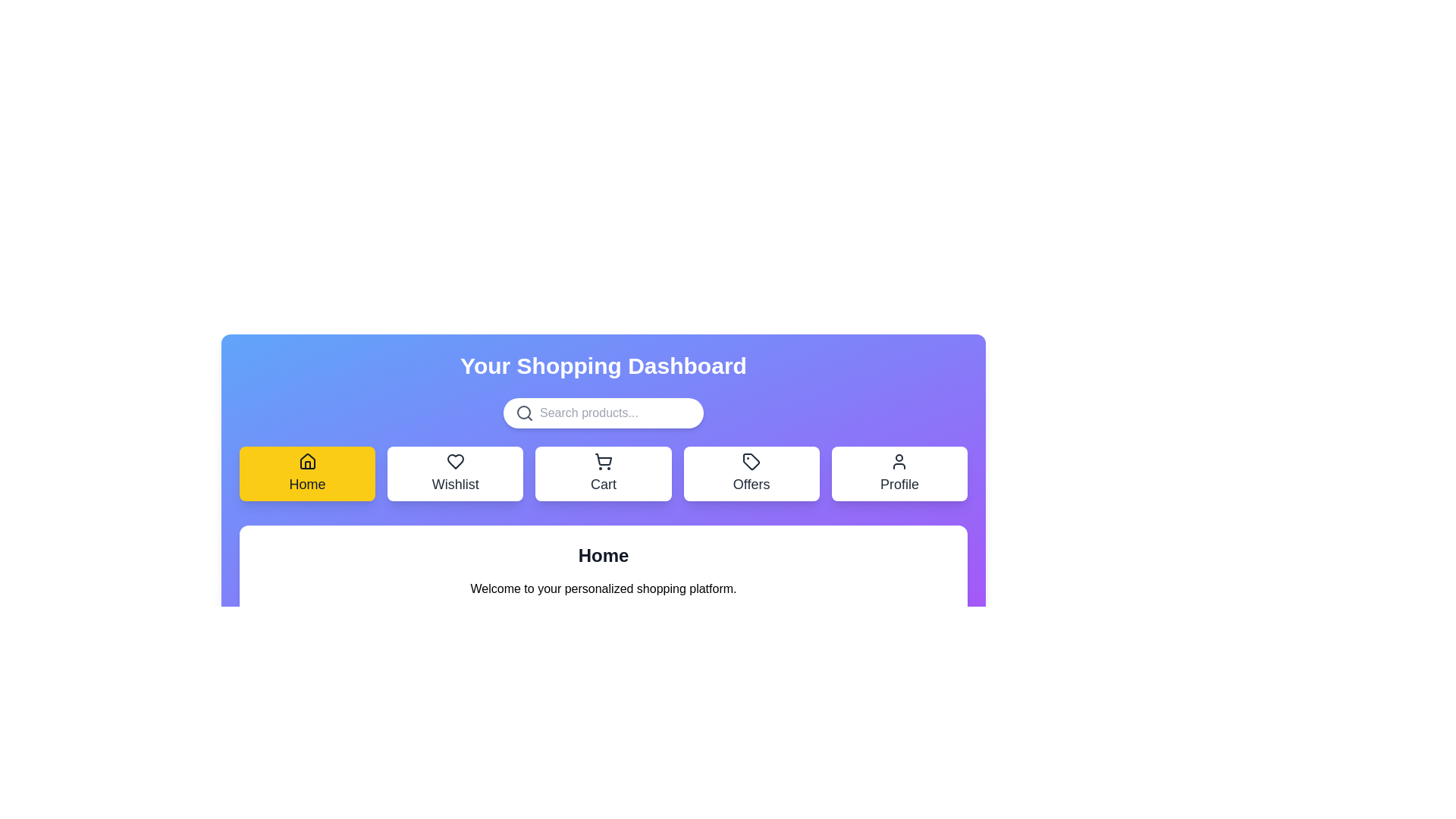 The height and width of the screenshot is (819, 1456). I want to click on the user profile icon, which is a simple line drawing of a user's head and shoulders located within a rounded button labeled 'Profile' in the top-right segment of the navigation bar, so click(899, 461).